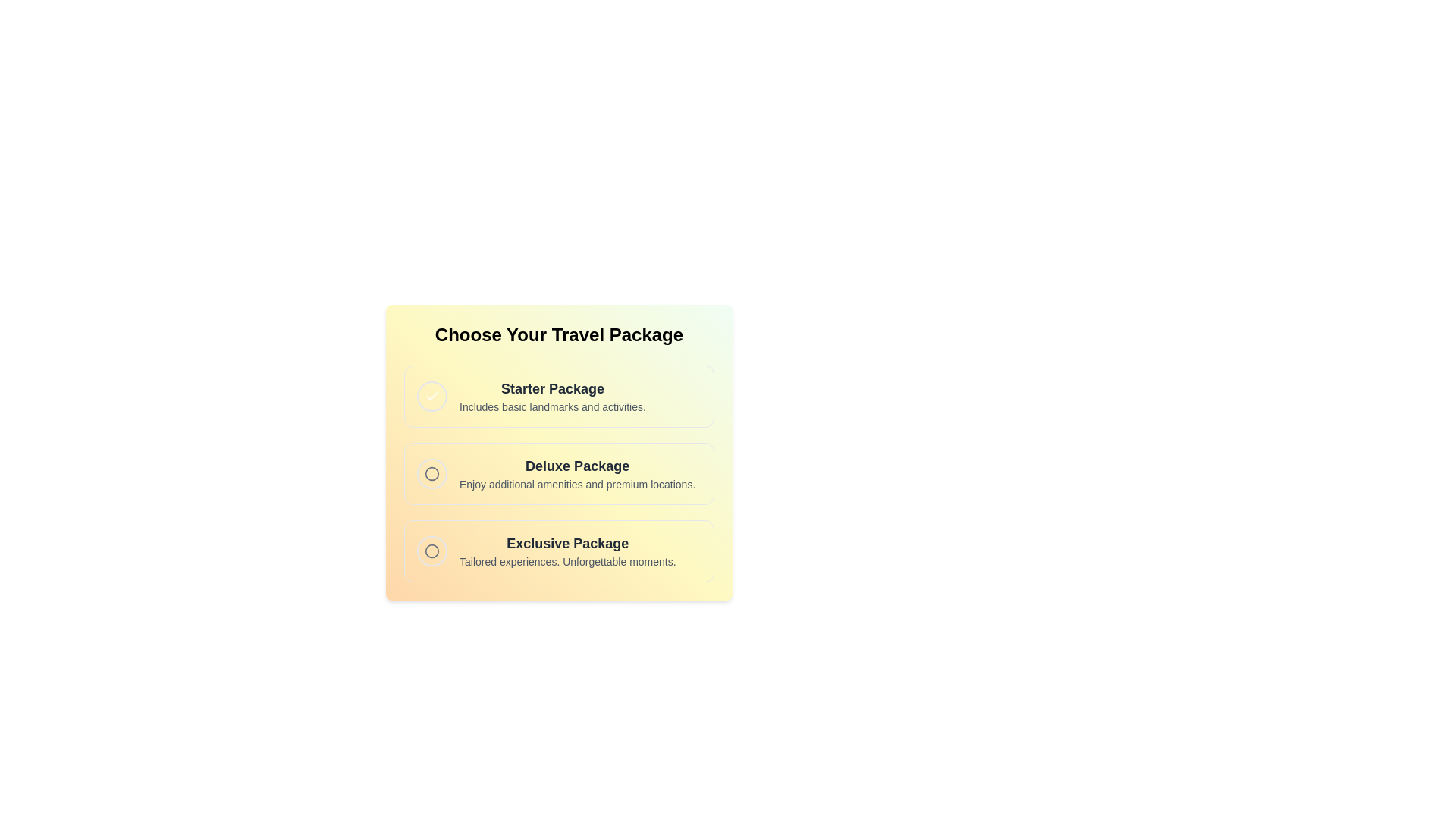  Describe the element at coordinates (552, 388) in the screenshot. I see `text content of the text label displaying 'Starter Package', which is styled in bold dark gray on a light yellowish background and is positioned above the description text` at that location.